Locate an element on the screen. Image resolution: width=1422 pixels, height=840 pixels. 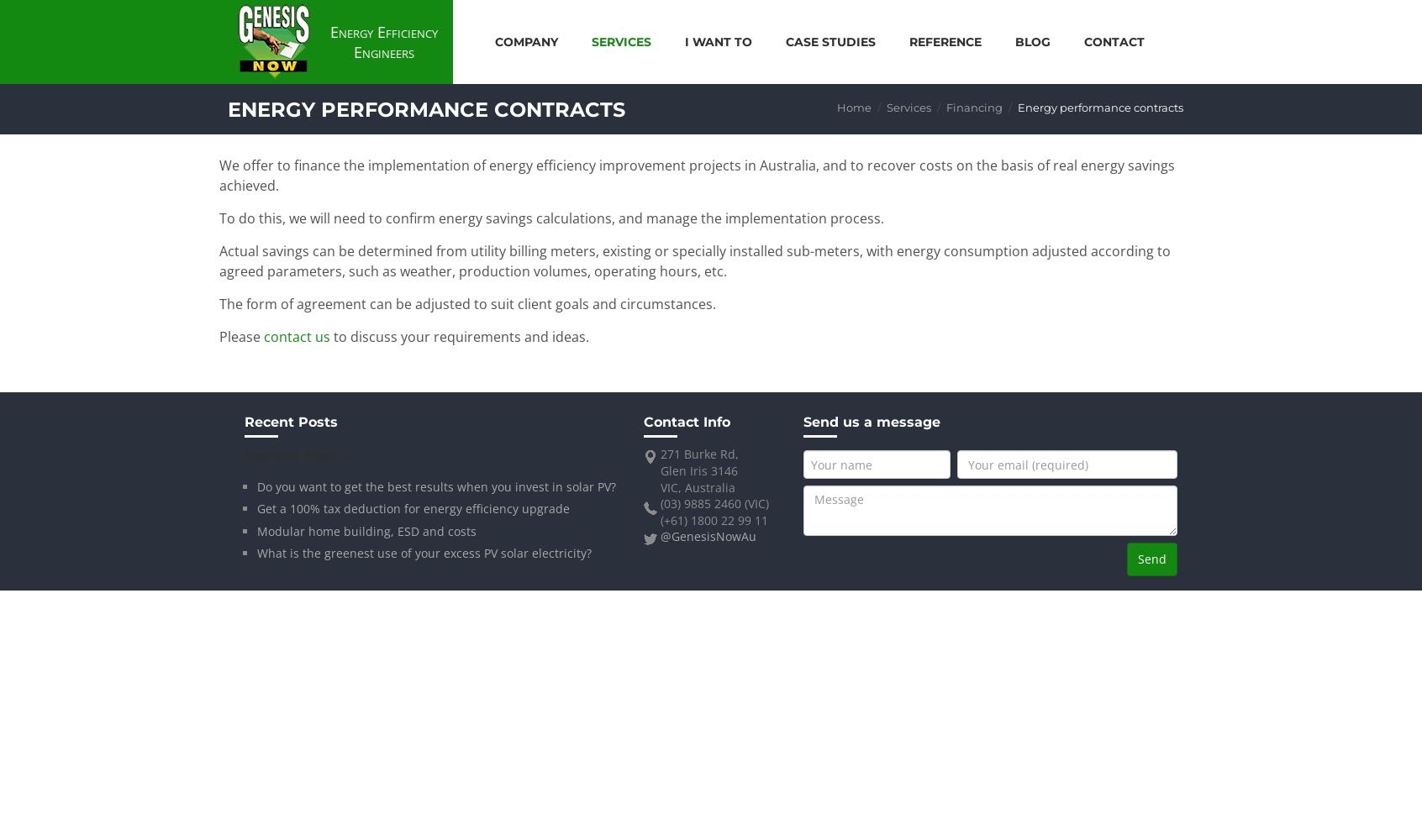
'Power meter' is located at coordinates (951, 484).